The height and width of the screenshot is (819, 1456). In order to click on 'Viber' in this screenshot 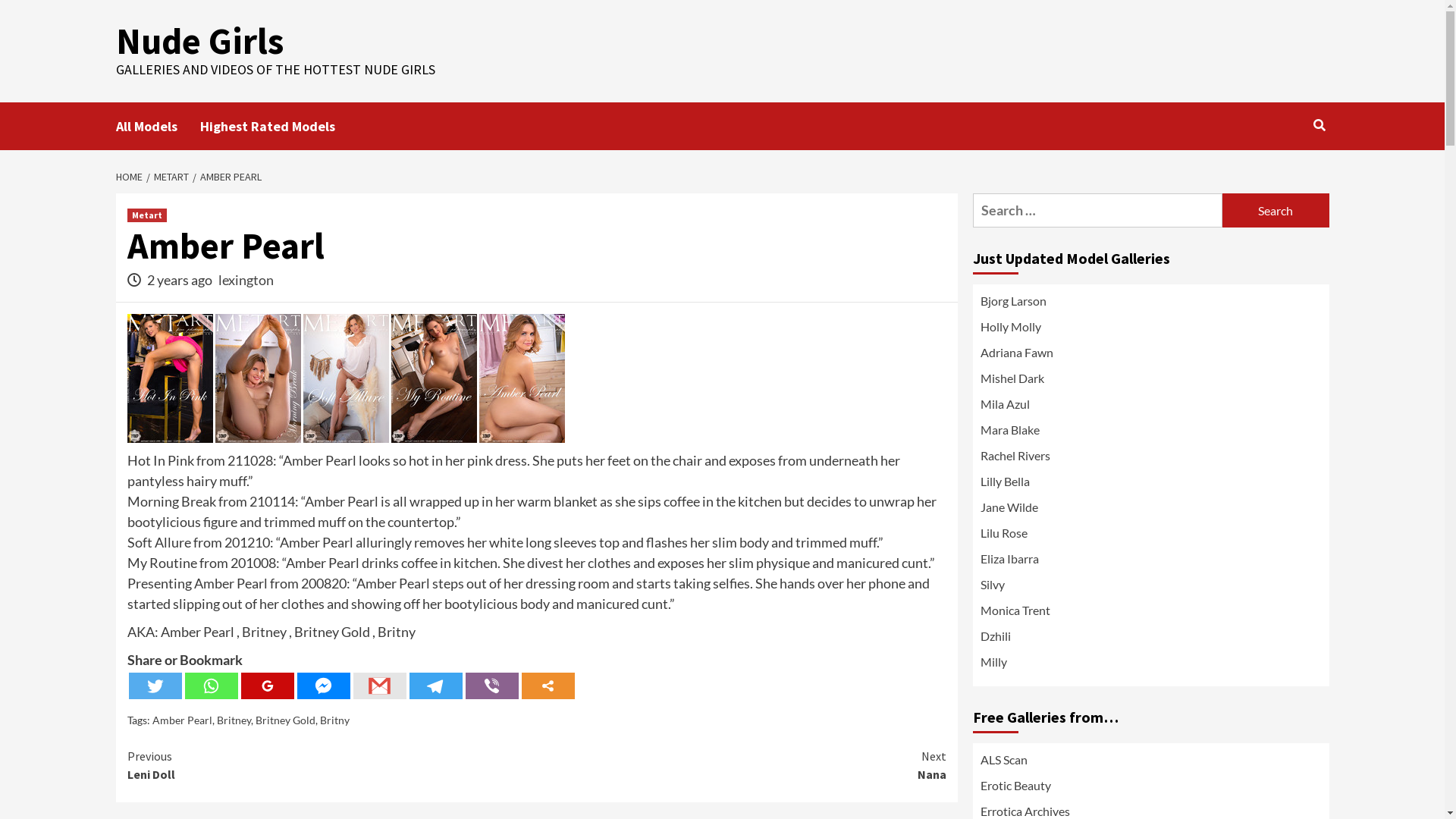, I will do `click(491, 686)`.